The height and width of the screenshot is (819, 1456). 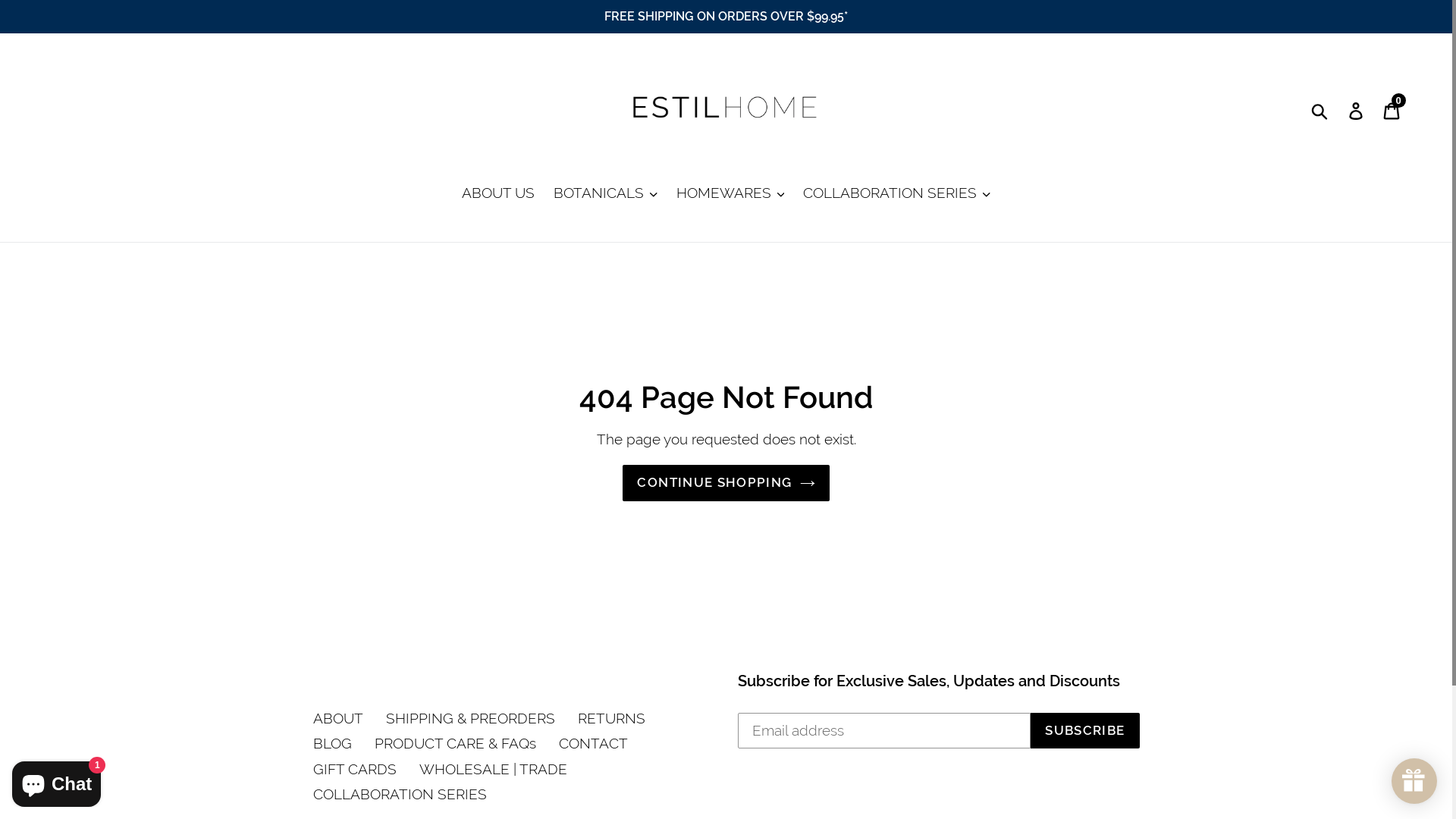 What do you see at coordinates (724, 482) in the screenshot?
I see `'CONTINUE SHOPPING'` at bounding box center [724, 482].